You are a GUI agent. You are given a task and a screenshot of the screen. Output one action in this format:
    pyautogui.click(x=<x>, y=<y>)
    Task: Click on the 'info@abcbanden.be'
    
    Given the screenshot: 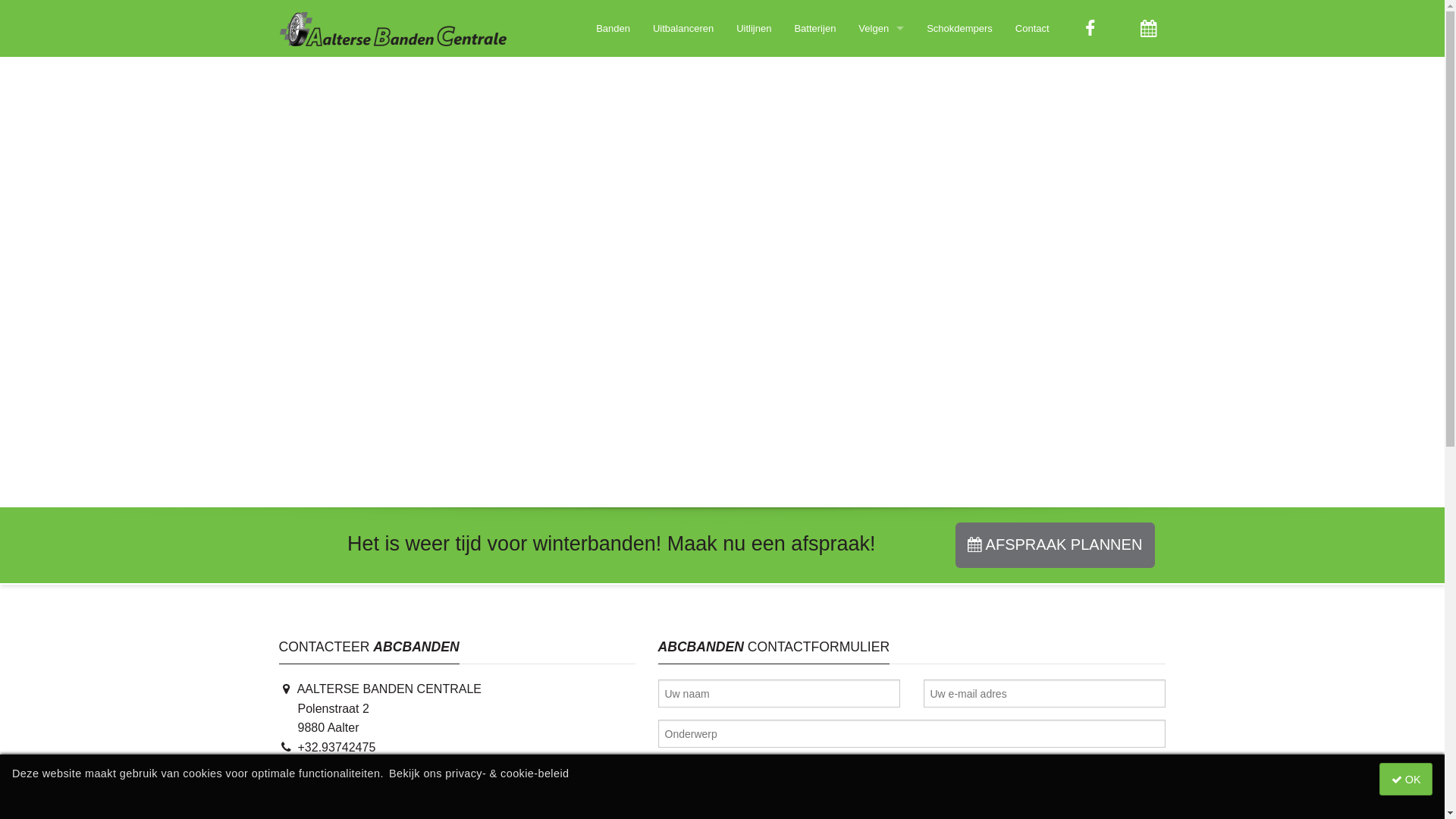 What is the action you would take?
    pyautogui.click(x=341, y=785)
    